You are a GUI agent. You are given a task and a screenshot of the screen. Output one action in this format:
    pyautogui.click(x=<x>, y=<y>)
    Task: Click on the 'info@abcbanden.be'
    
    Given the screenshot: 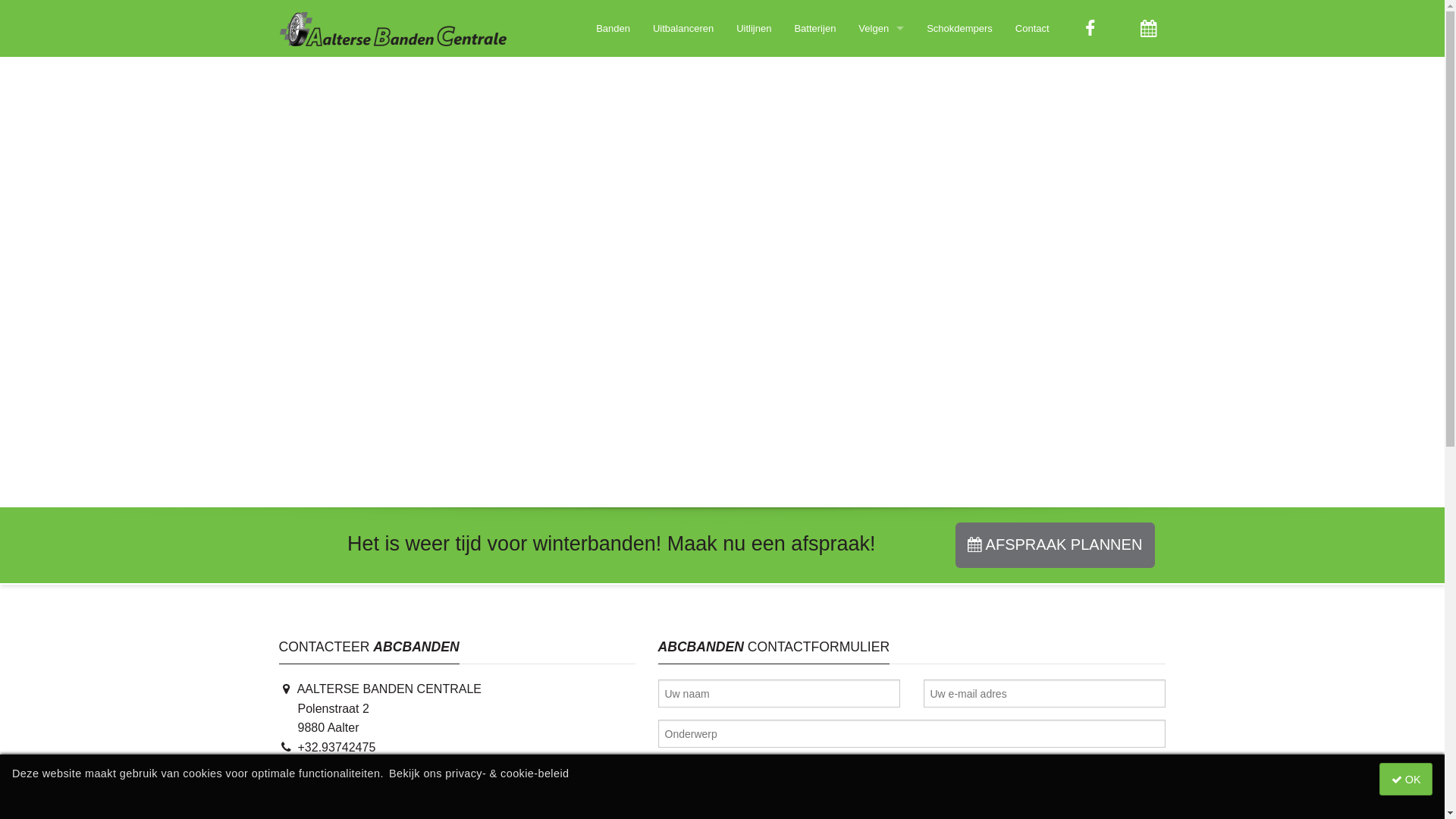 What is the action you would take?
    pyautogui.click(x=341, y=785)
    